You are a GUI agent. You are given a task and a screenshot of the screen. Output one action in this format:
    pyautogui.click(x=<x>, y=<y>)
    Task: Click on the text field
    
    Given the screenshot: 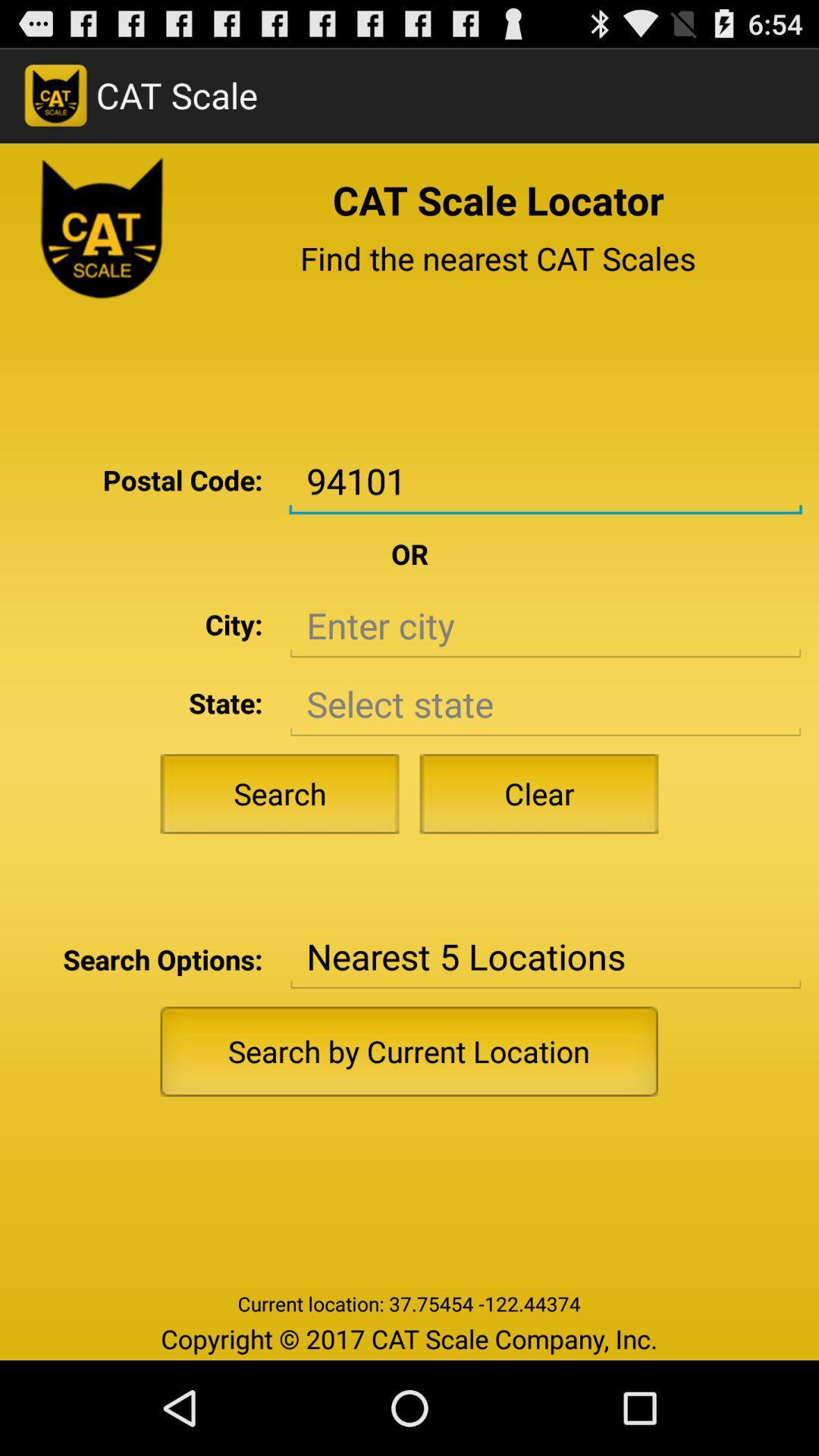 What is the action you would take?
    pyautogui.click(x=544, y=626)
    